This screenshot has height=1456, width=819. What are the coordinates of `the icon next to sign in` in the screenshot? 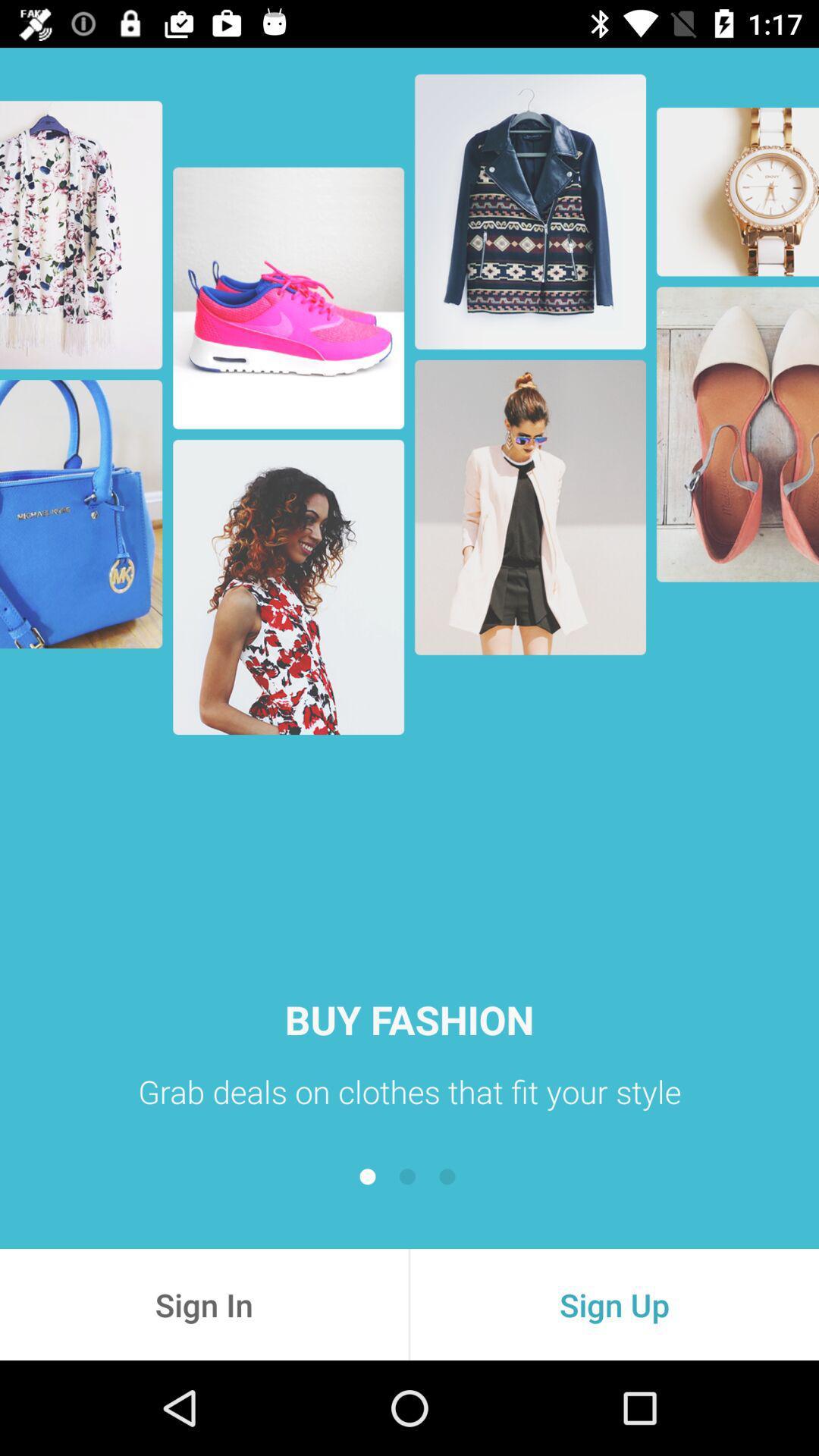 It's located at (614, 1304).